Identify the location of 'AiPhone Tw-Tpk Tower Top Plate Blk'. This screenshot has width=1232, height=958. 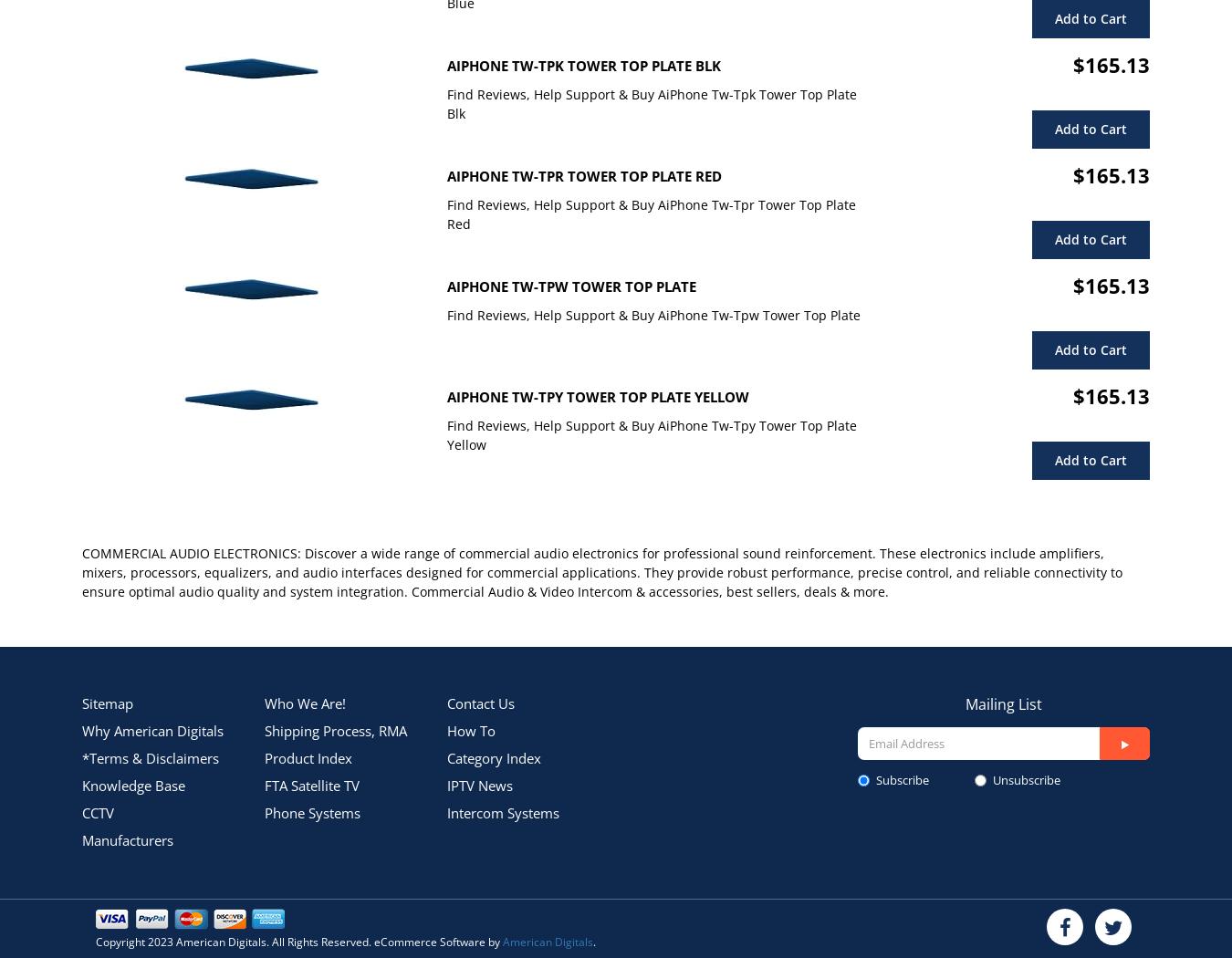
(584, 65).